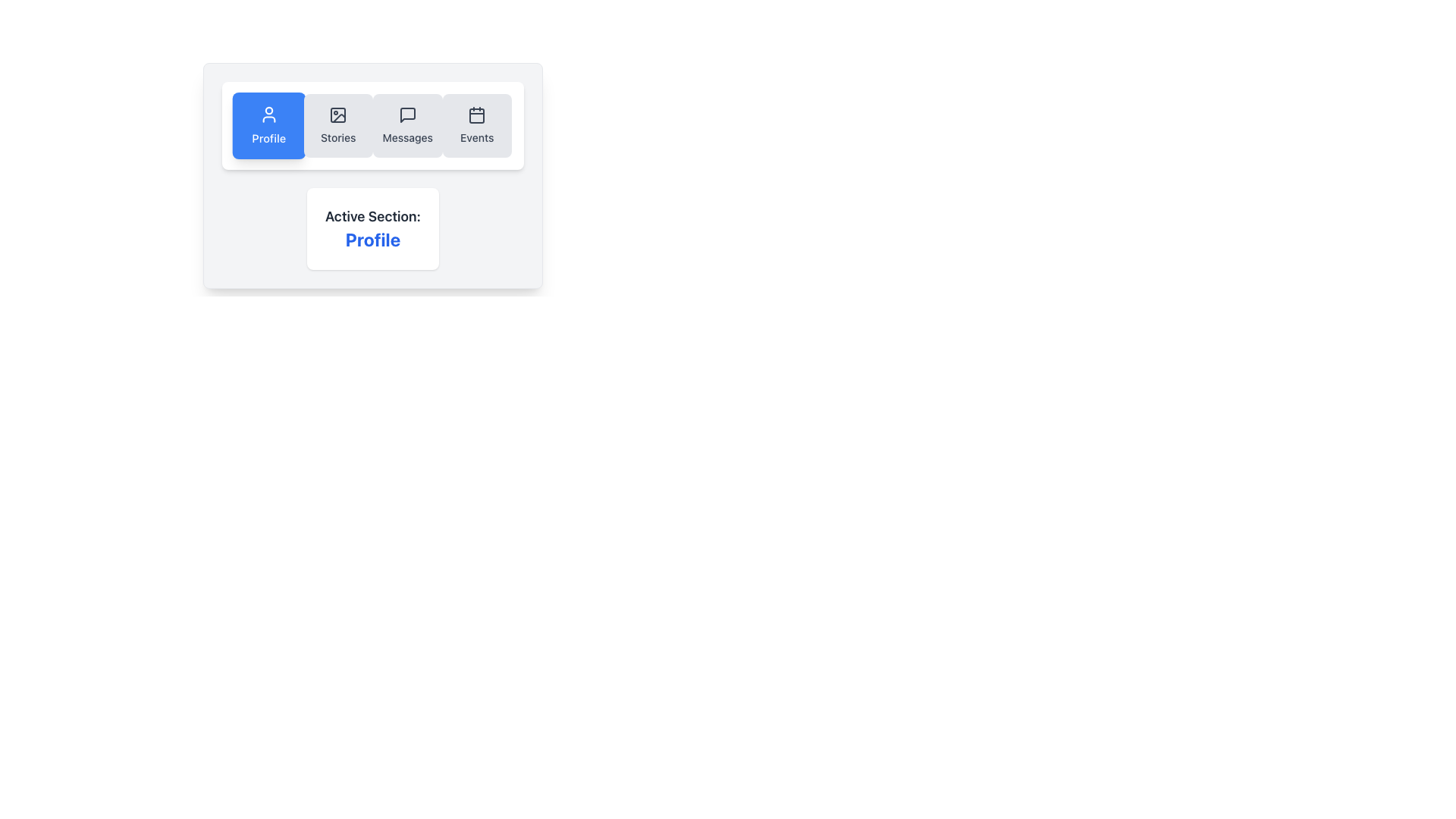  Describe the element at coordinates (268, 138) in the screenshot. I see `the 'Profile' text label, which is styled in white on a blue background and is part of a button in the navigation row` at that location.